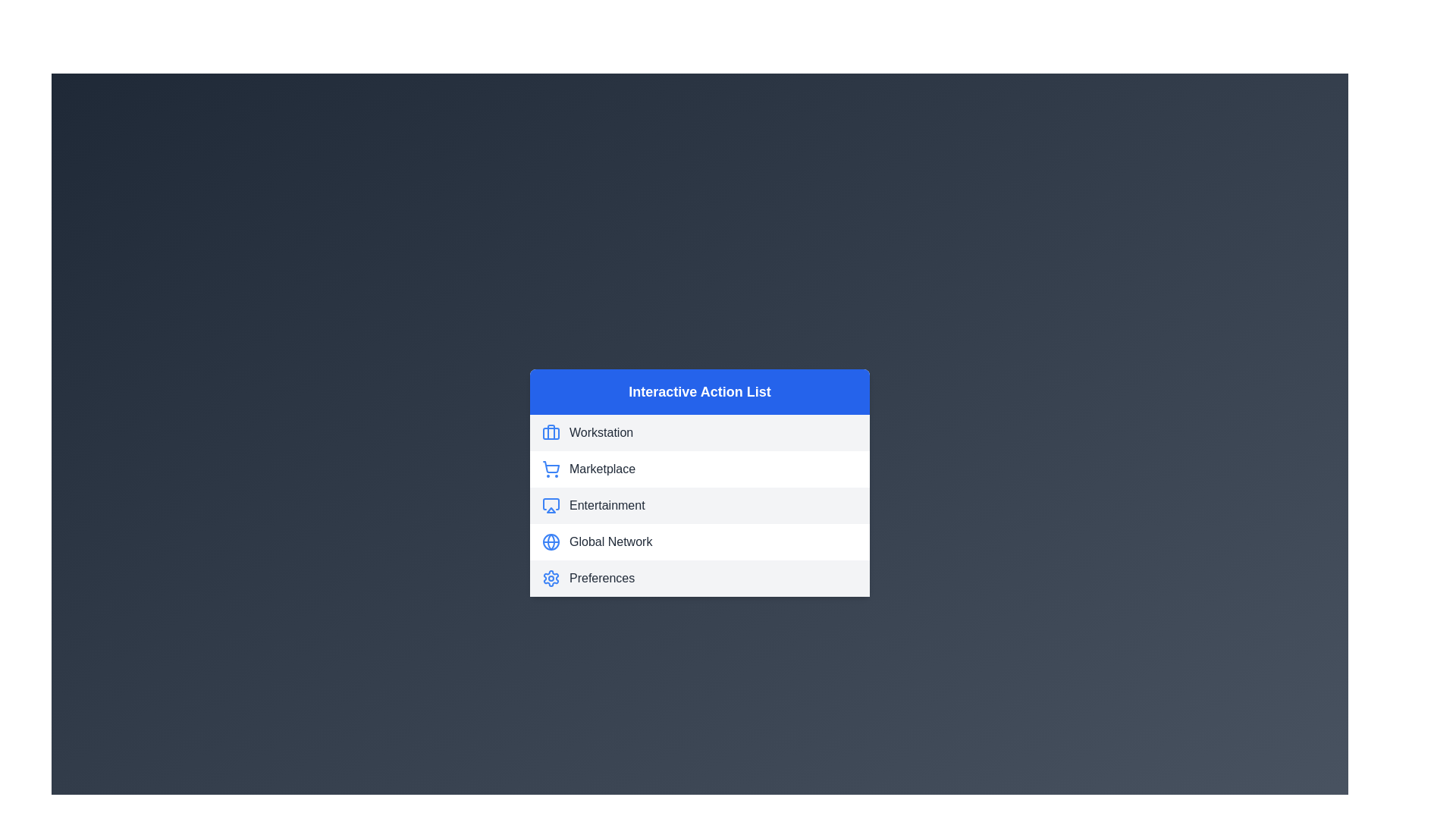  I want to click on the 'Marketplace' text label, so click(601, 468).